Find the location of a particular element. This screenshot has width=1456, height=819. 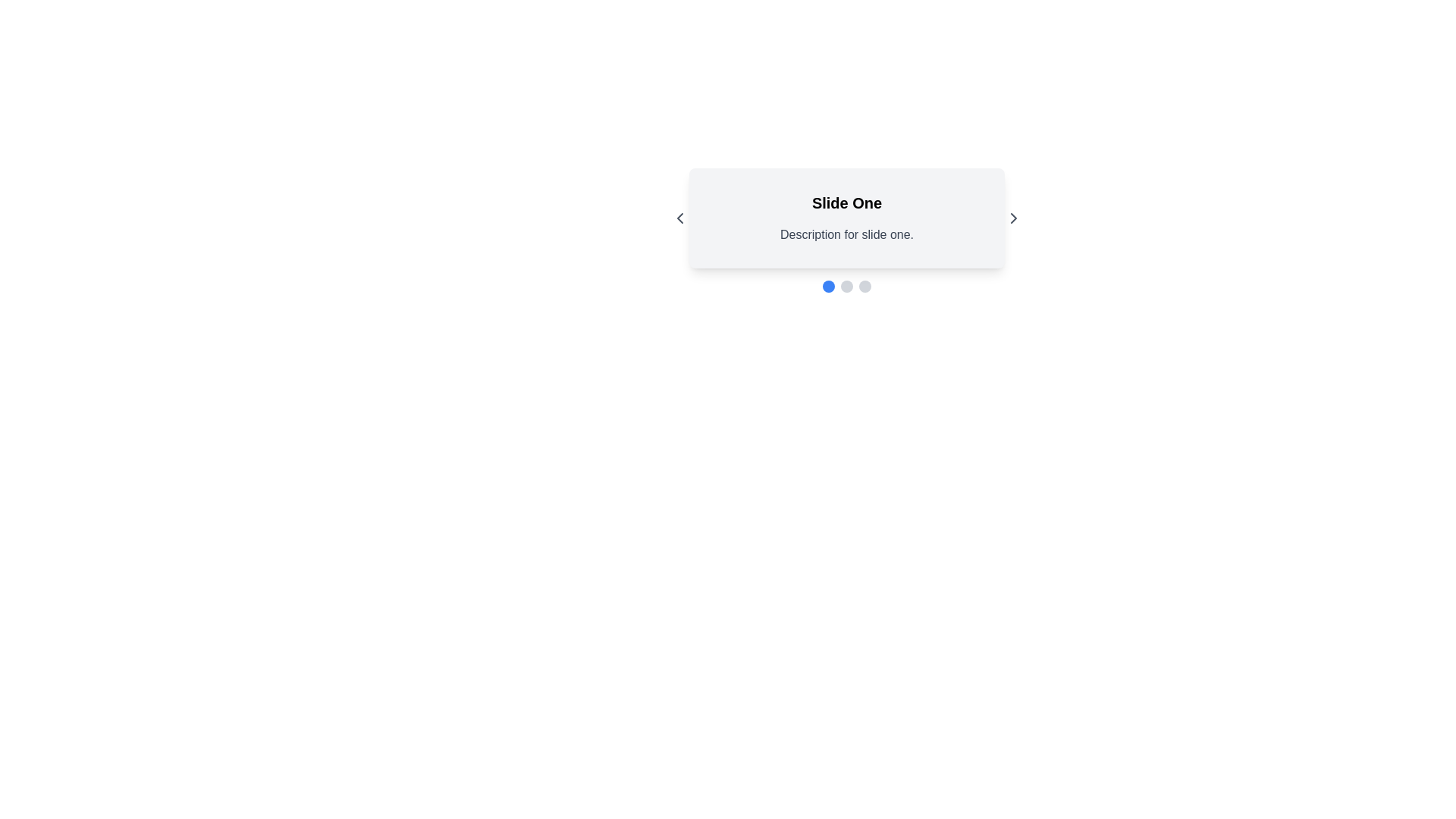

the previous slide button located on the left side of the slide frame, which is vertically centered, to alter the icon's appearance is located at coordinates (679, 218).